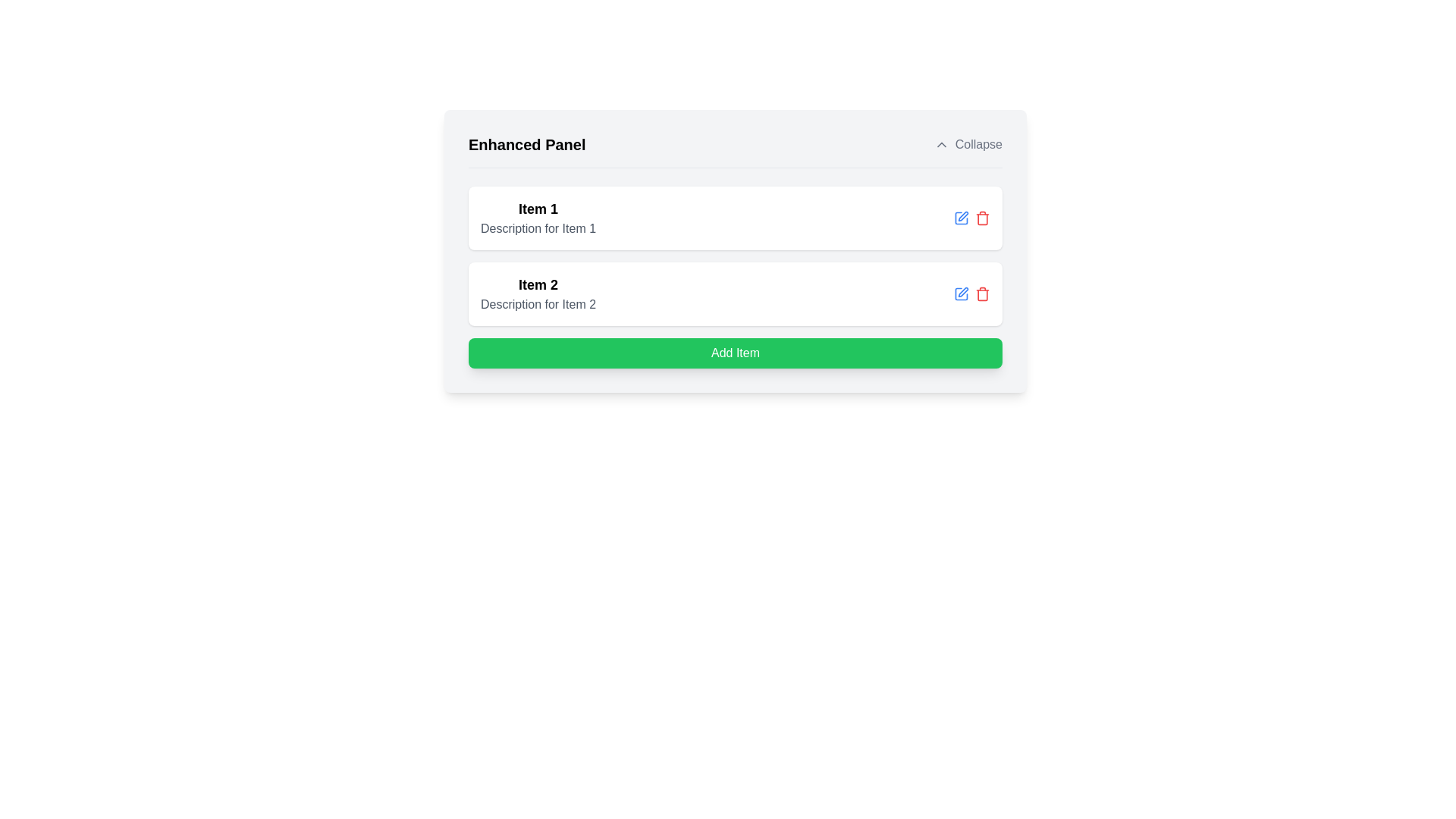 Image resolution: width=1456 pixels, height=819 pixels. I want to click on the edit icon button located on the right side of the second card in a vertically stacked list, so click(960, 294).